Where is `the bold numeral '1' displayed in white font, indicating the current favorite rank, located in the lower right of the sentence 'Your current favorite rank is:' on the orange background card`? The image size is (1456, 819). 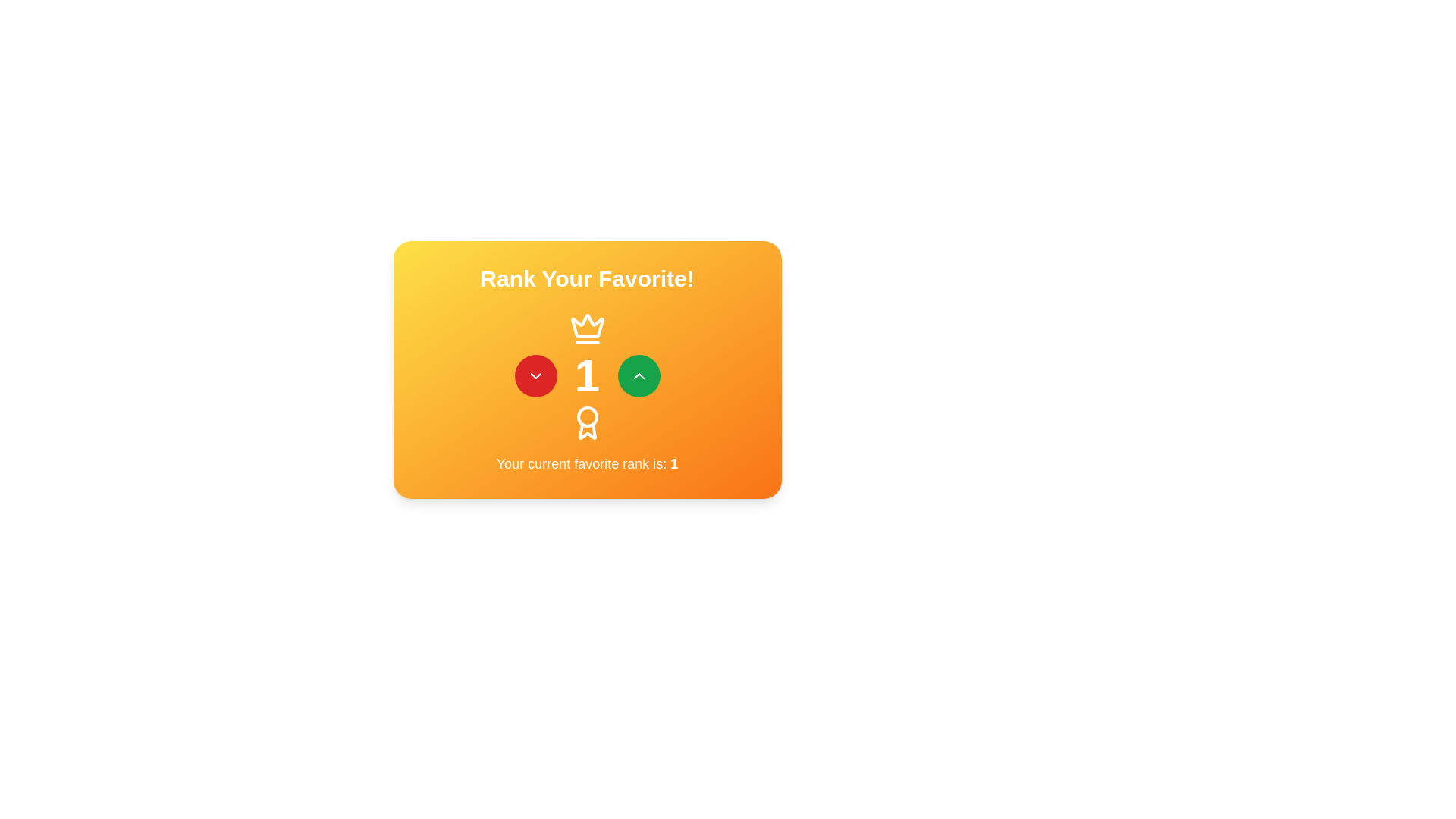
the bold numeral '1' displayed in white font, indicating the current favorite rank, located in the lower right of the sentence 'Your current favorite rank is:' on the orange background card is located at coordinates (673, 463).